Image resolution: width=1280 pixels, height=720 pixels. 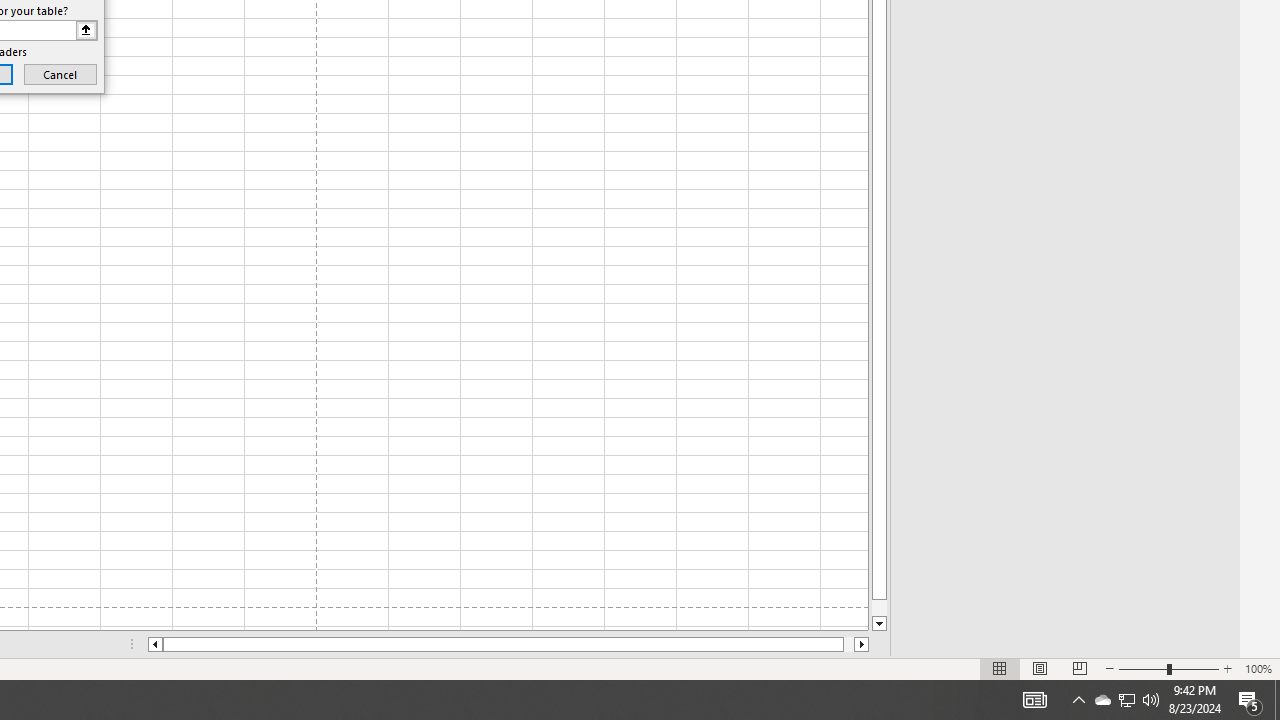 What do you see at coordinates (879, 623) in the screenshot?
I see `'Line down'` at bounding box center [879, 623].